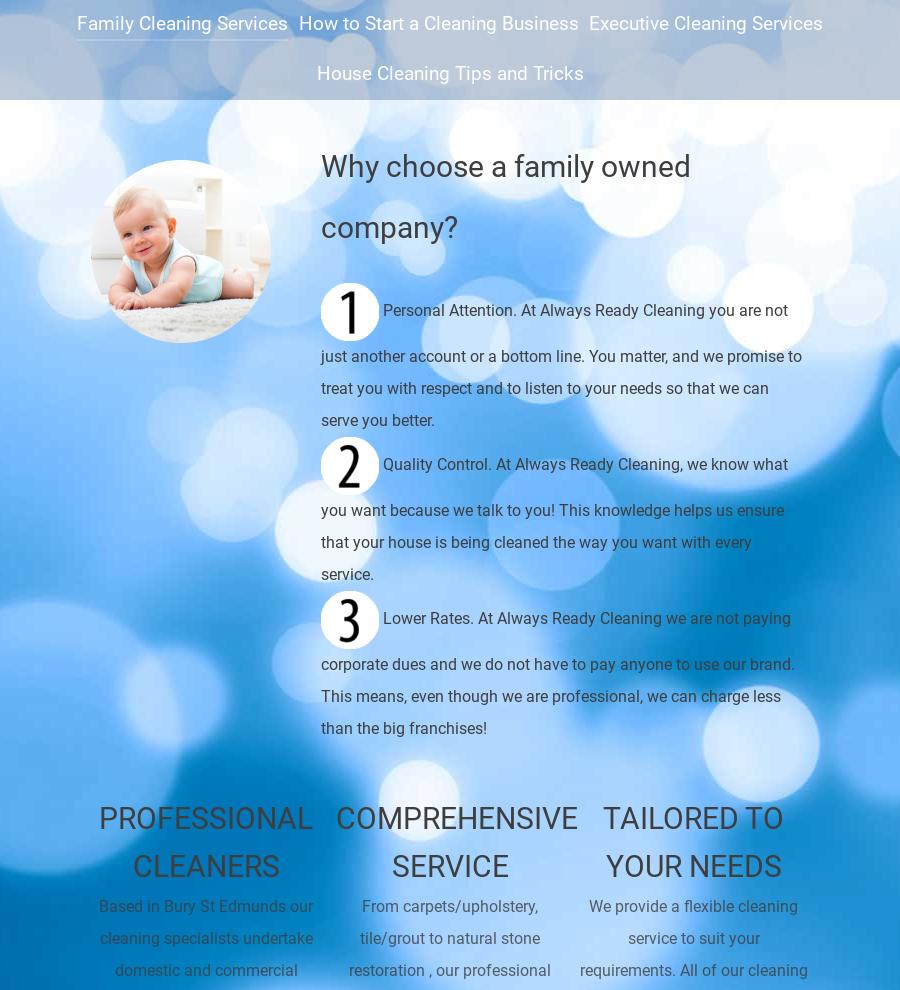 The height and width of the screenshot is (990, 900). Describe the element at coordinates (333, 840) in the screenshot. I see `'Comprehensive service'` at that location.